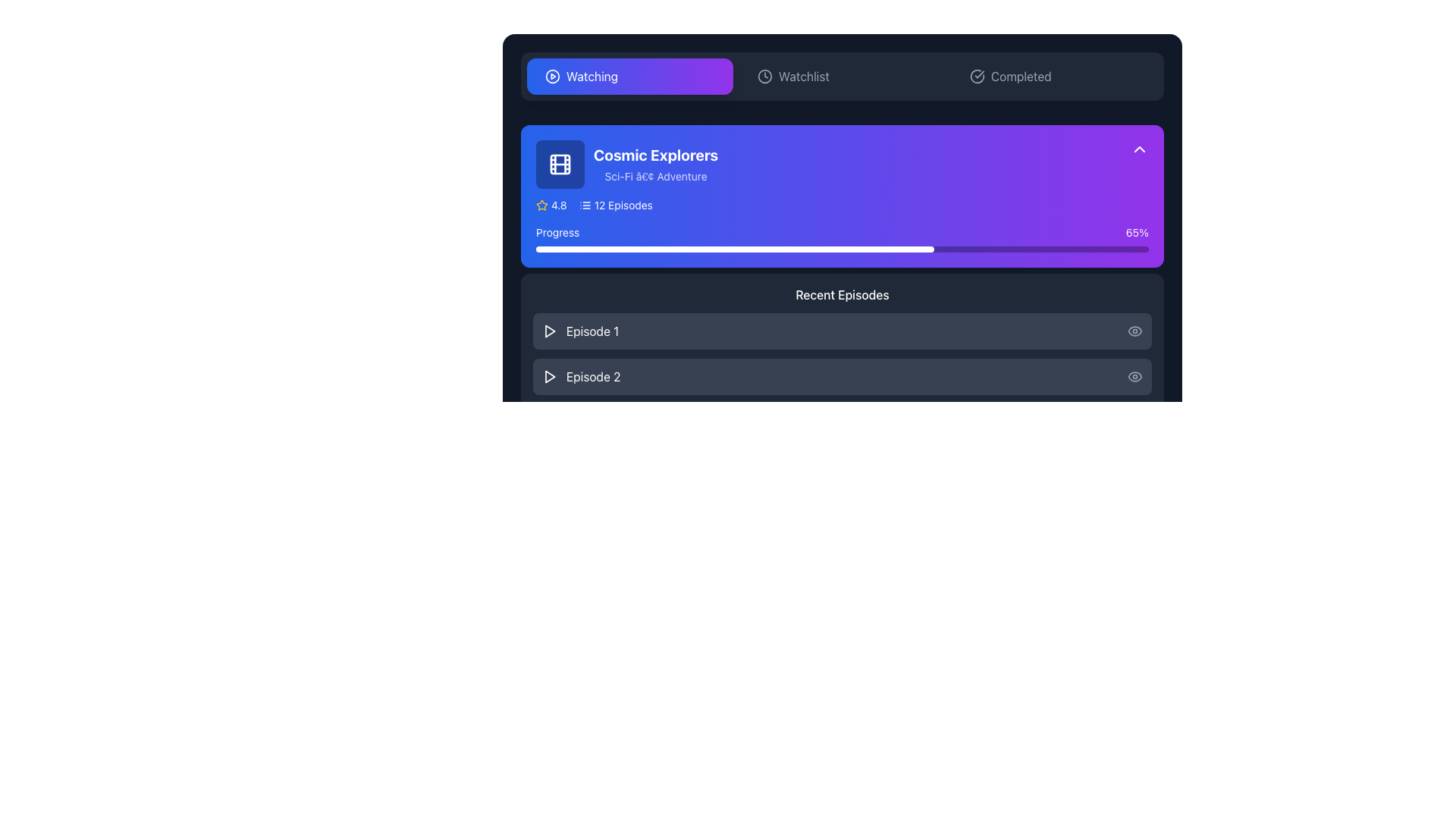  What do you see at coordinates (549, 376) in the screenshot?
I see `the Play icon (SVG graphic) located in the second row of the list labeled 'Episode 2'` at bounding box center [549, 376].